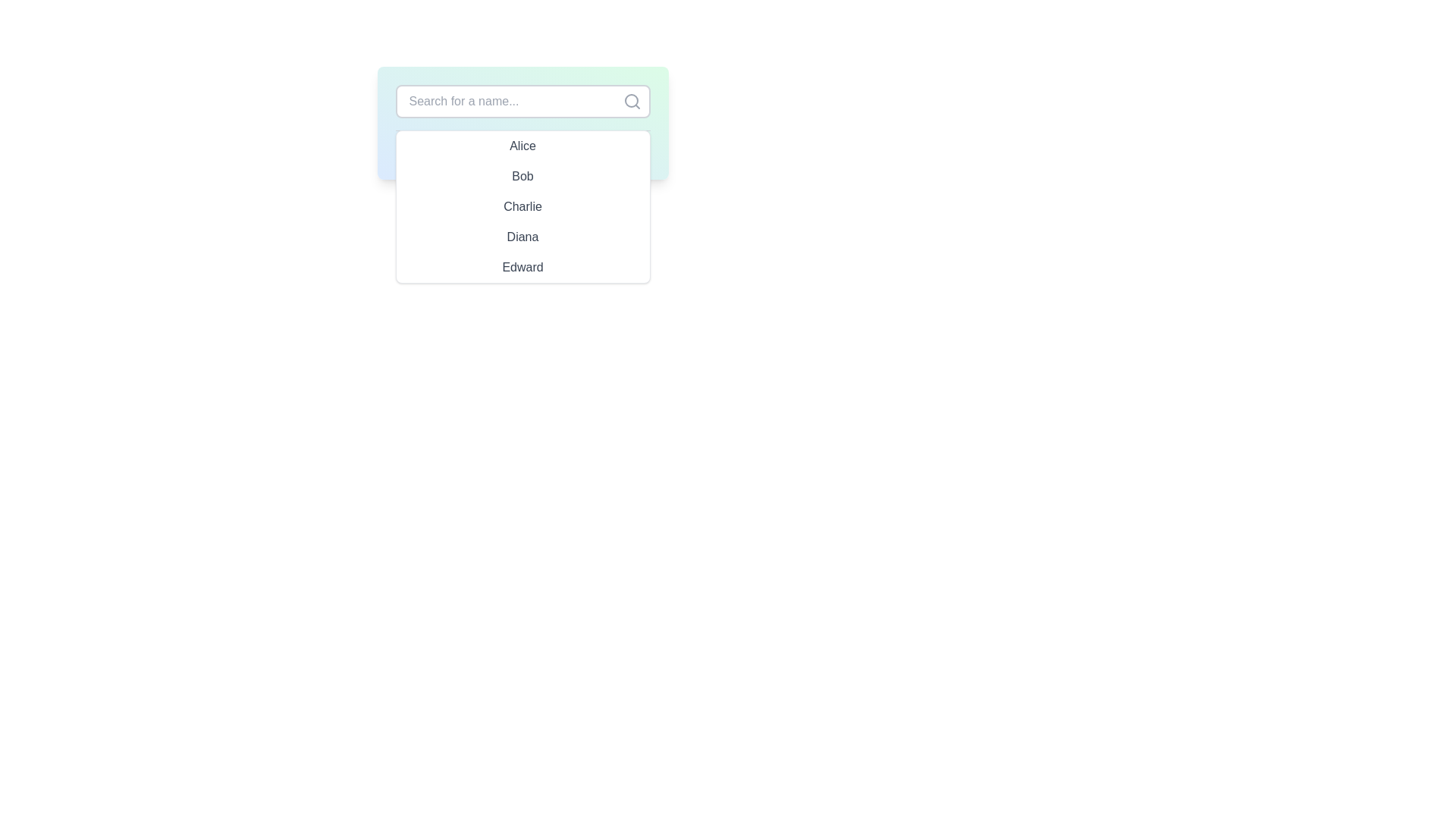 The height and width of the screenshot is (819, 1456). Describe the element at coordinates (522, 122) in the screenshot. I see `the navigation and selection dropdown with a search field, which is a rounded rectangle with a gradient background transitioning from green to blue, located near the top of the interface` at that location.